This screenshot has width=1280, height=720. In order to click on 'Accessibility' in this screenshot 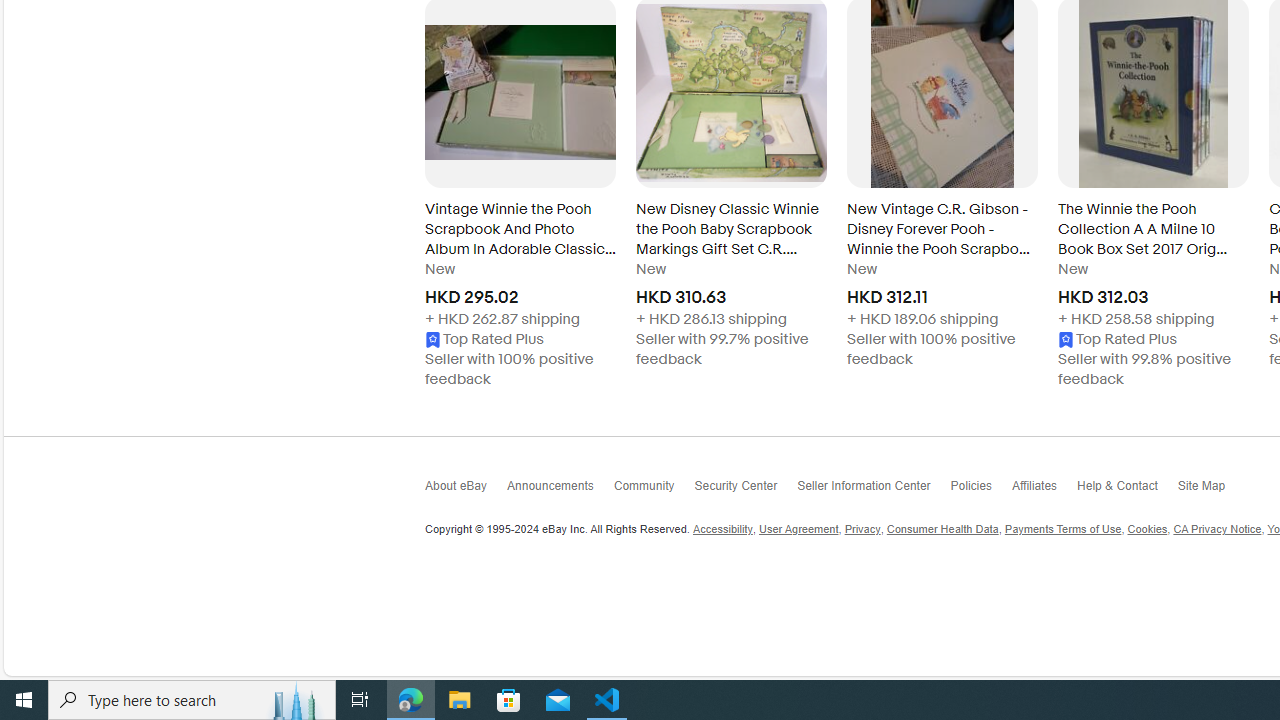, I will do `click(721, 528)`.